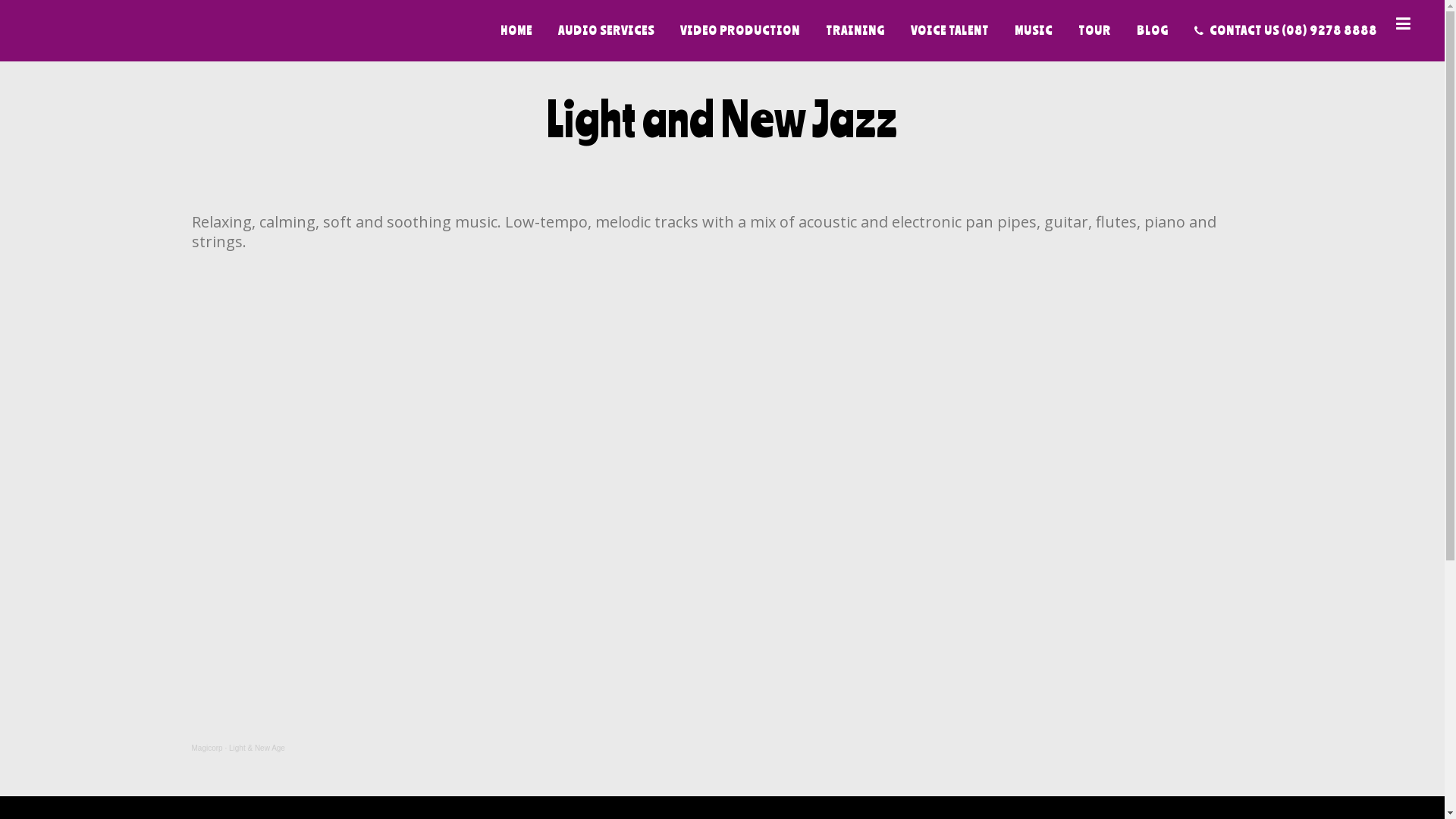 This screenshot has width=1456, height=819. Describe the element at coordinates (605, 30) in the screenshot. I see `'AUDIO SERVICES'` at that location.